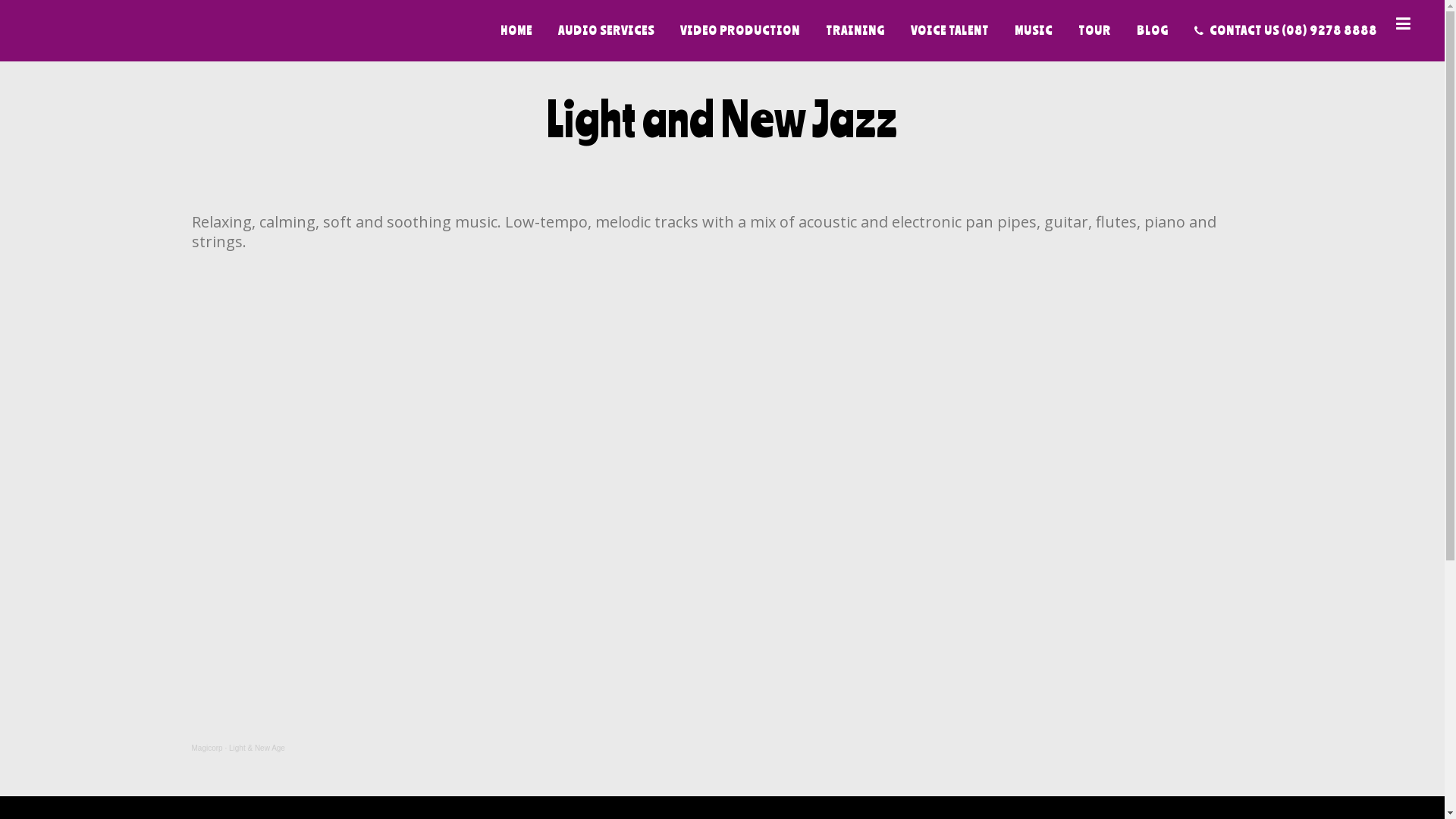 This screenshot has width=1456, height=819. Describe the element at coordinates (605, 30) in the screenshot. I see `'AUDIO SERVICES'` at that location.